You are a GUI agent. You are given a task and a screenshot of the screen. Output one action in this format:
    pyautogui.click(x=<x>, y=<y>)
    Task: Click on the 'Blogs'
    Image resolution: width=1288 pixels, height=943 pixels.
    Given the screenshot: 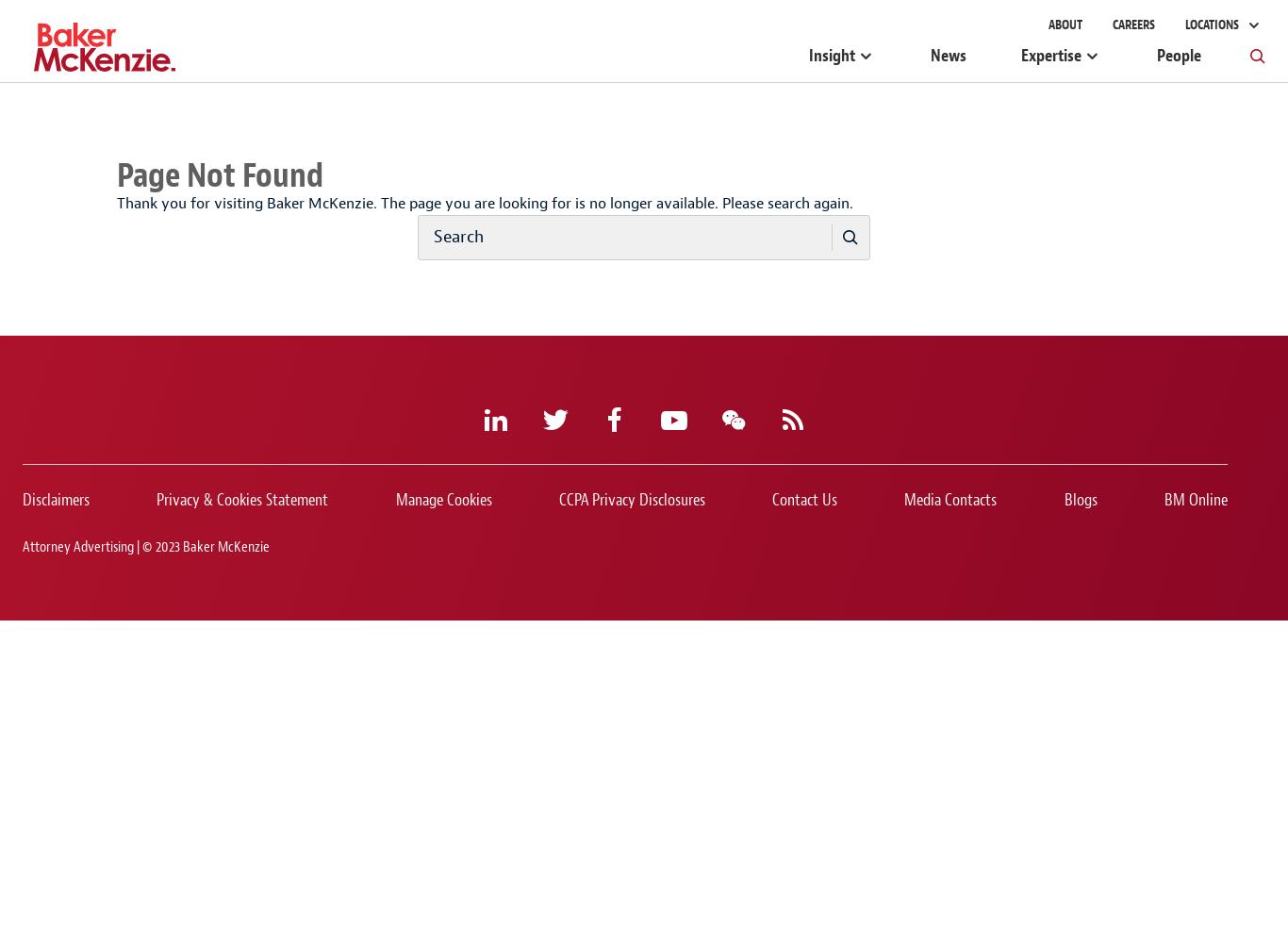 What is the action you would take?
    pyautogui.click(x=1063, y=500)
    